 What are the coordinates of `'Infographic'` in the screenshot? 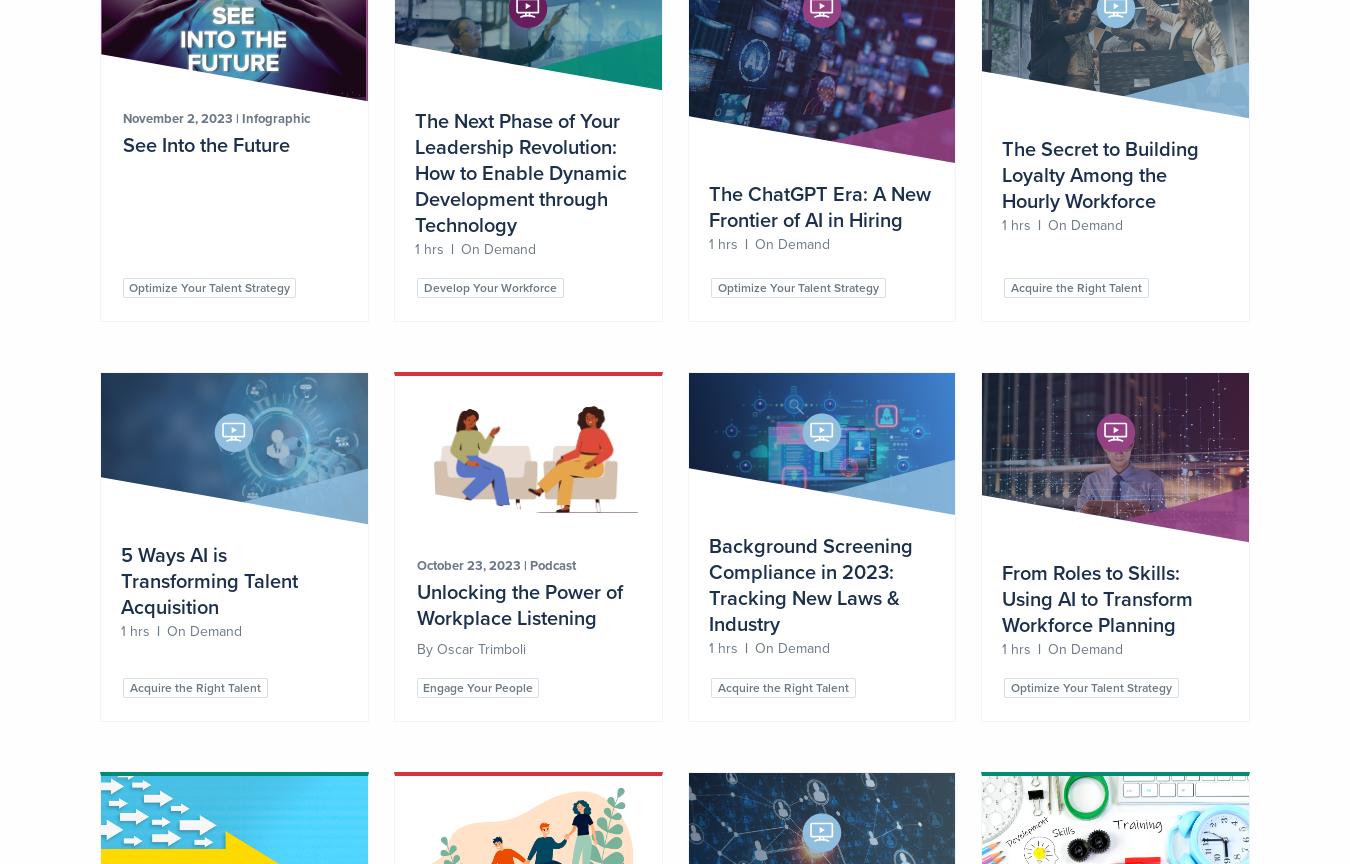 It's located at (241, 117).